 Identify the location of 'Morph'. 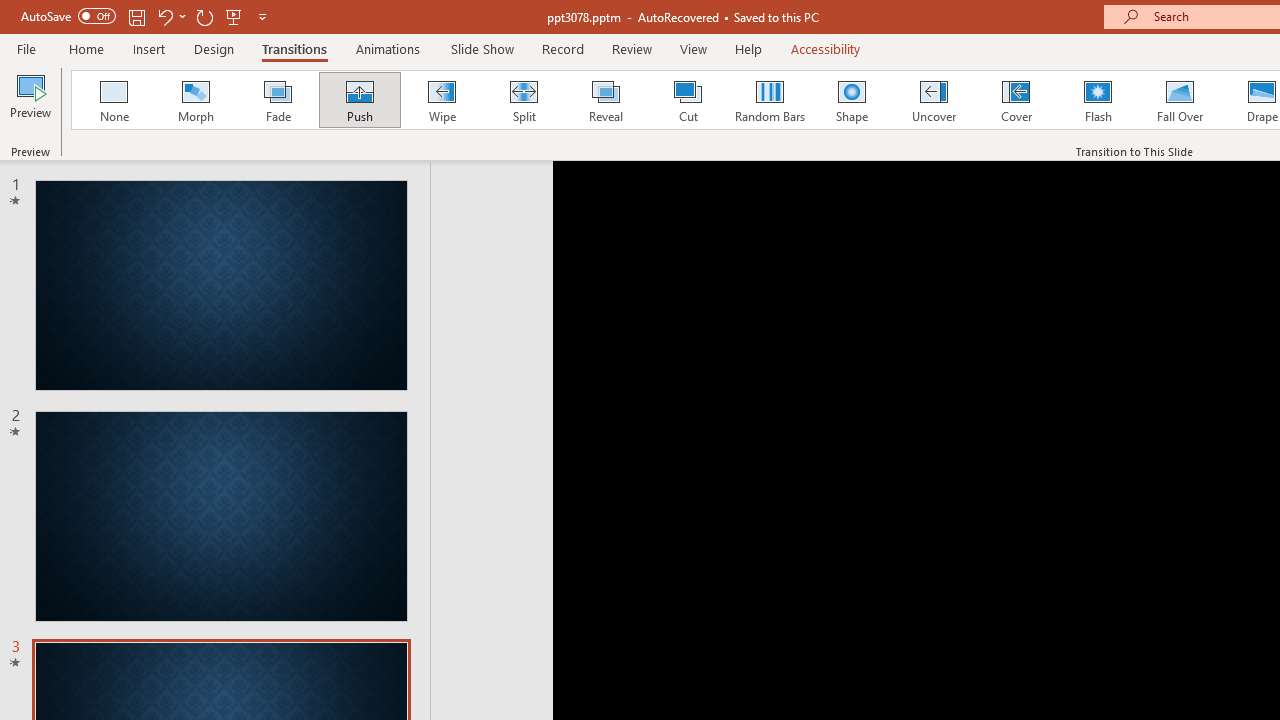
(195, 100).